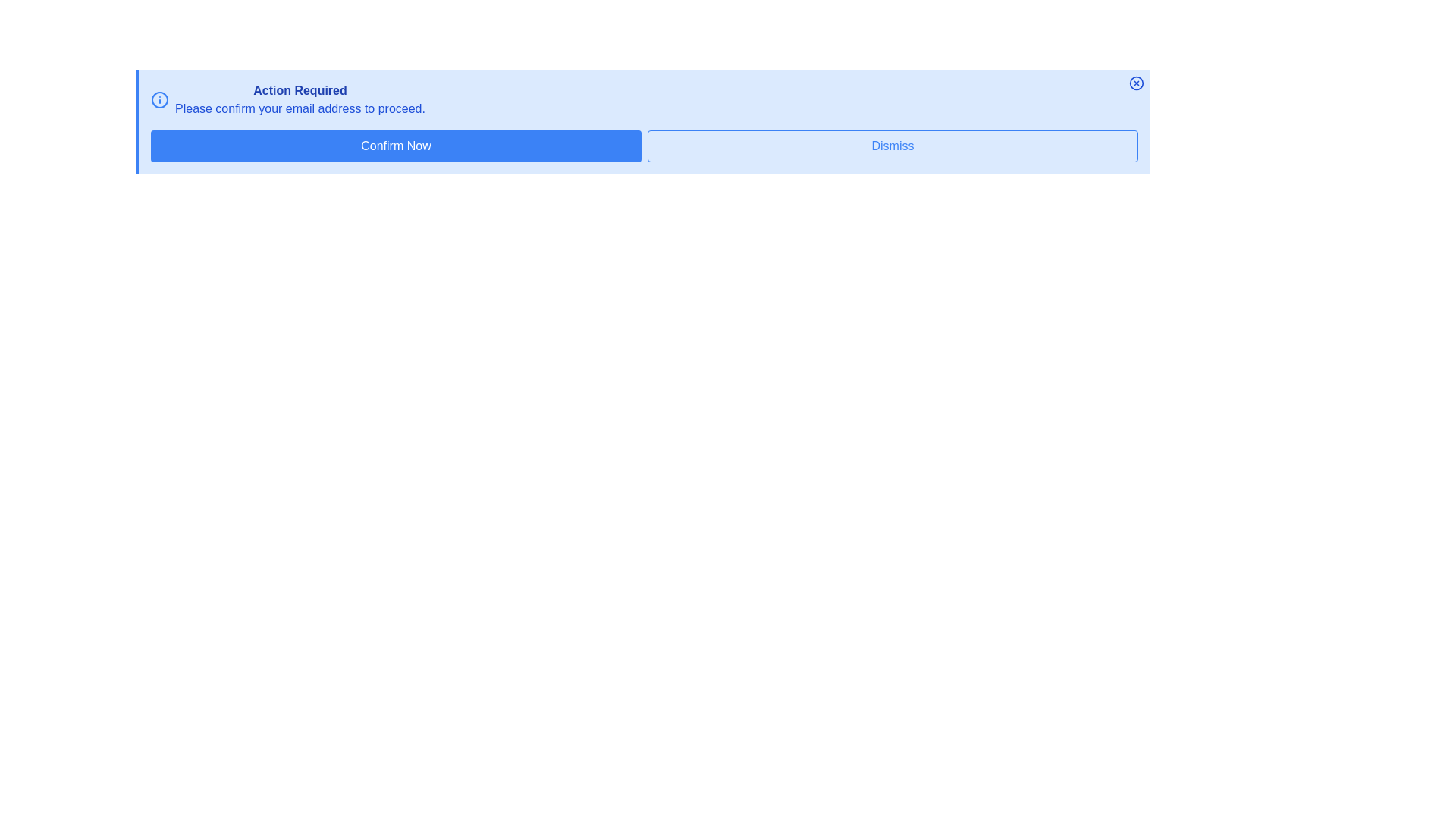  Describe the element at coordinates (1136, 83) in the screenshot. I see `the close button to dismiss the alert` at that location.